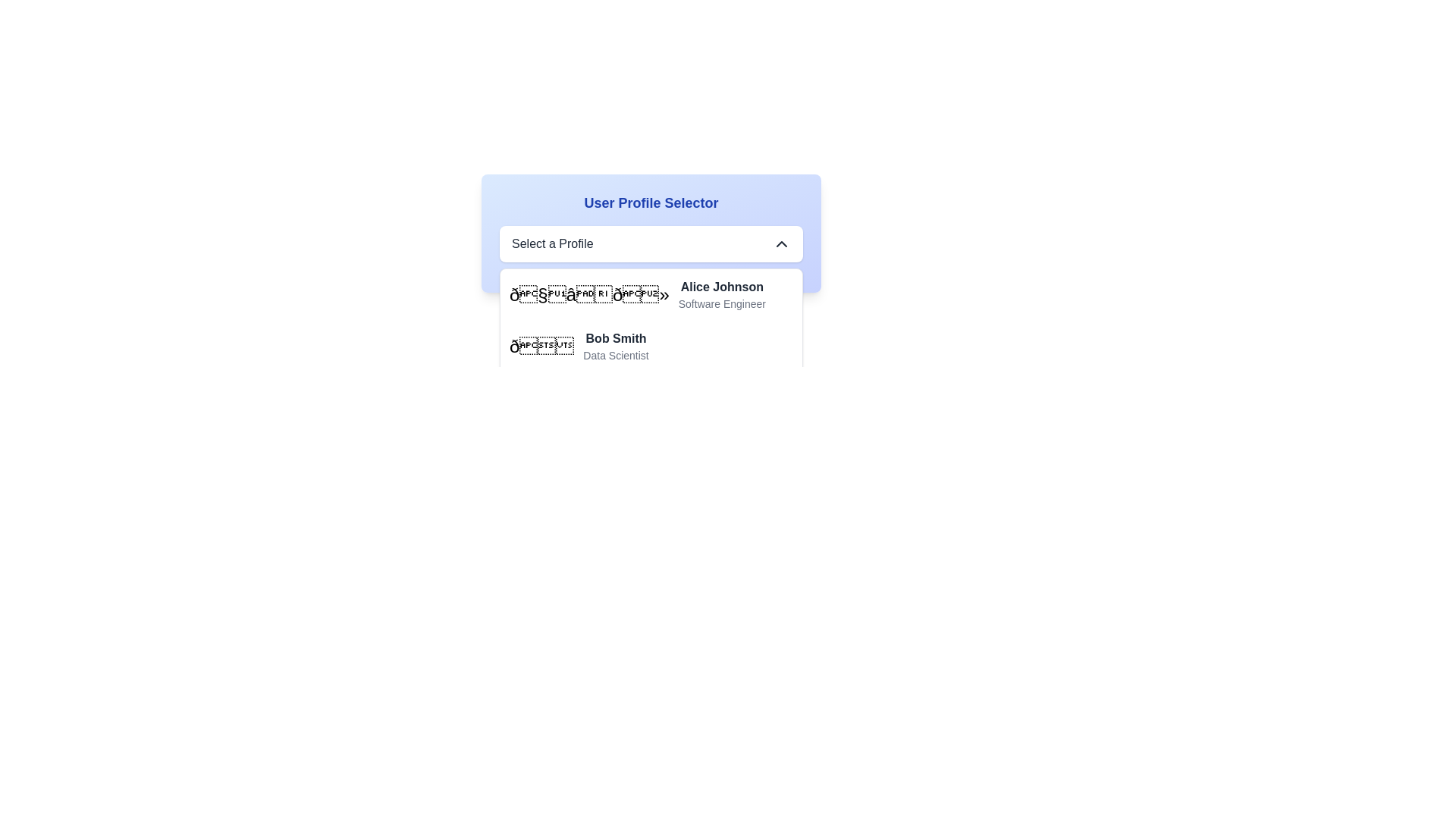 The height and width of the screenshot is (819, 1456). What do you see at coordinates (541, 346) in the screenshot?
I see `the large text icon resembling an envelope that represents a communication medium, positioned at the start of the row for 'Bob Smith', a Data Scientist` at bounding box center [541, 346].